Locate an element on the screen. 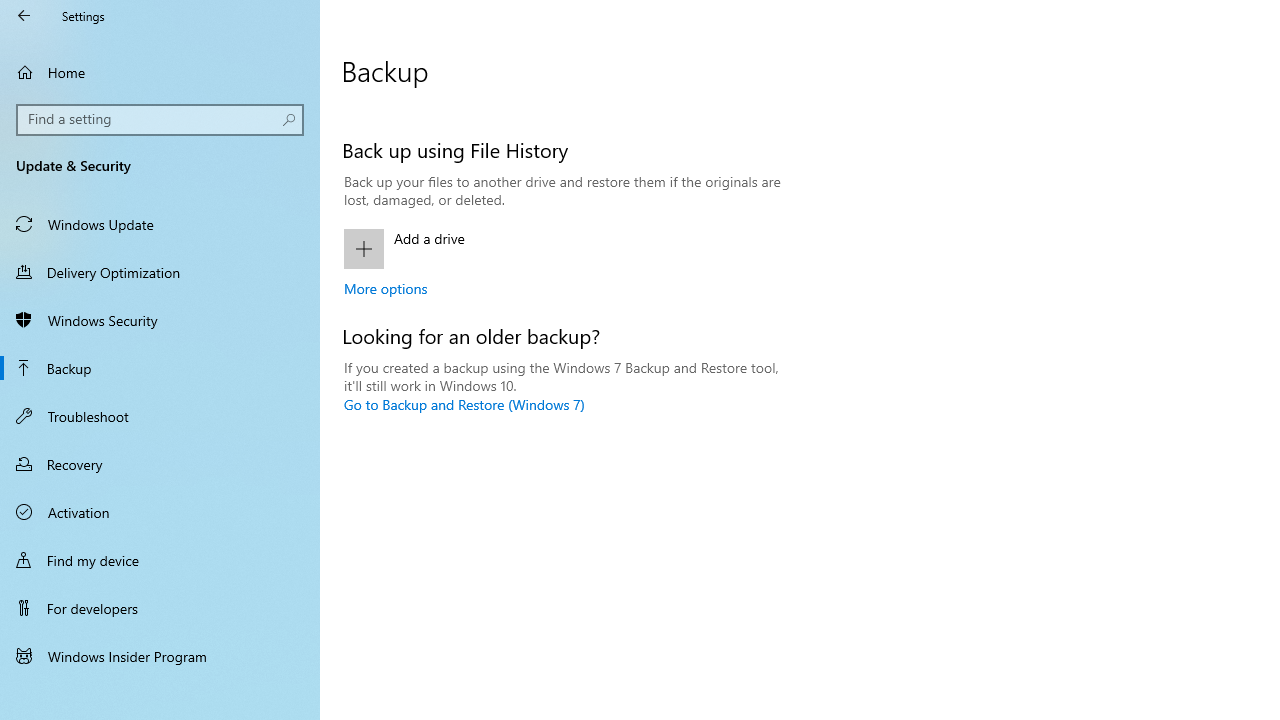  'Activation' is located at coordinates (160, 510).